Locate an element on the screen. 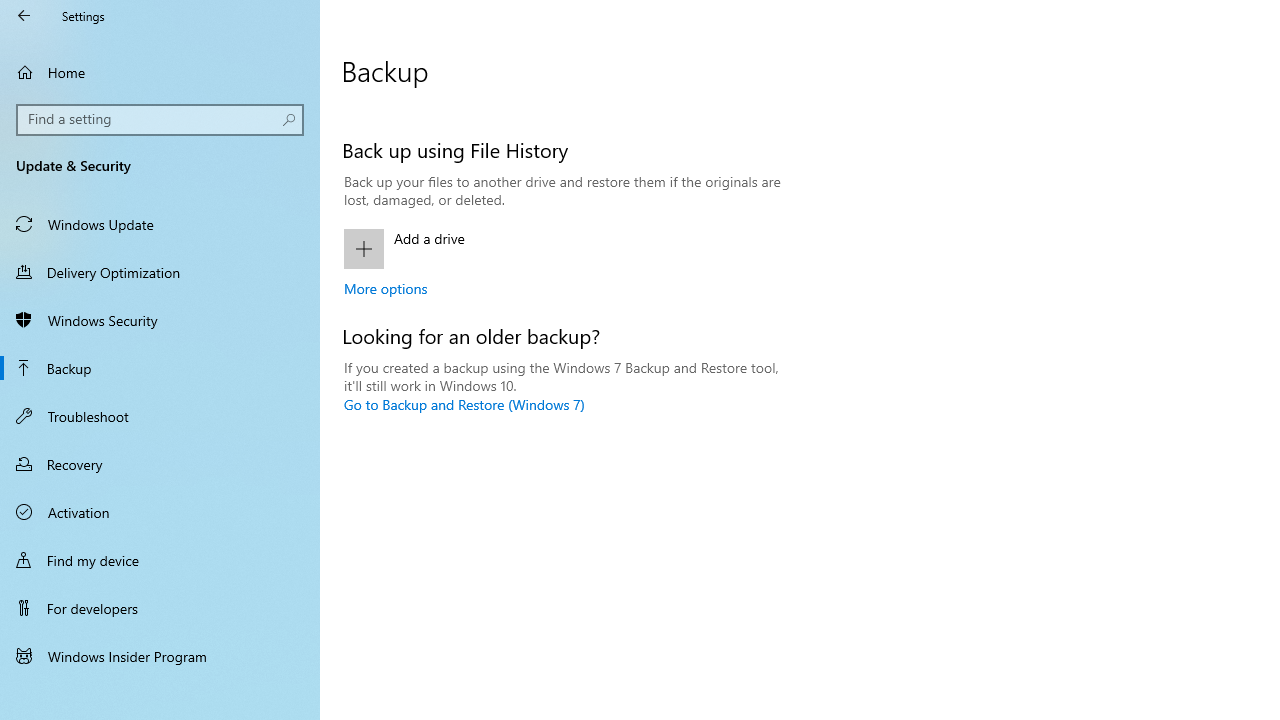  'Activation' is located at coordinates (160, 510).